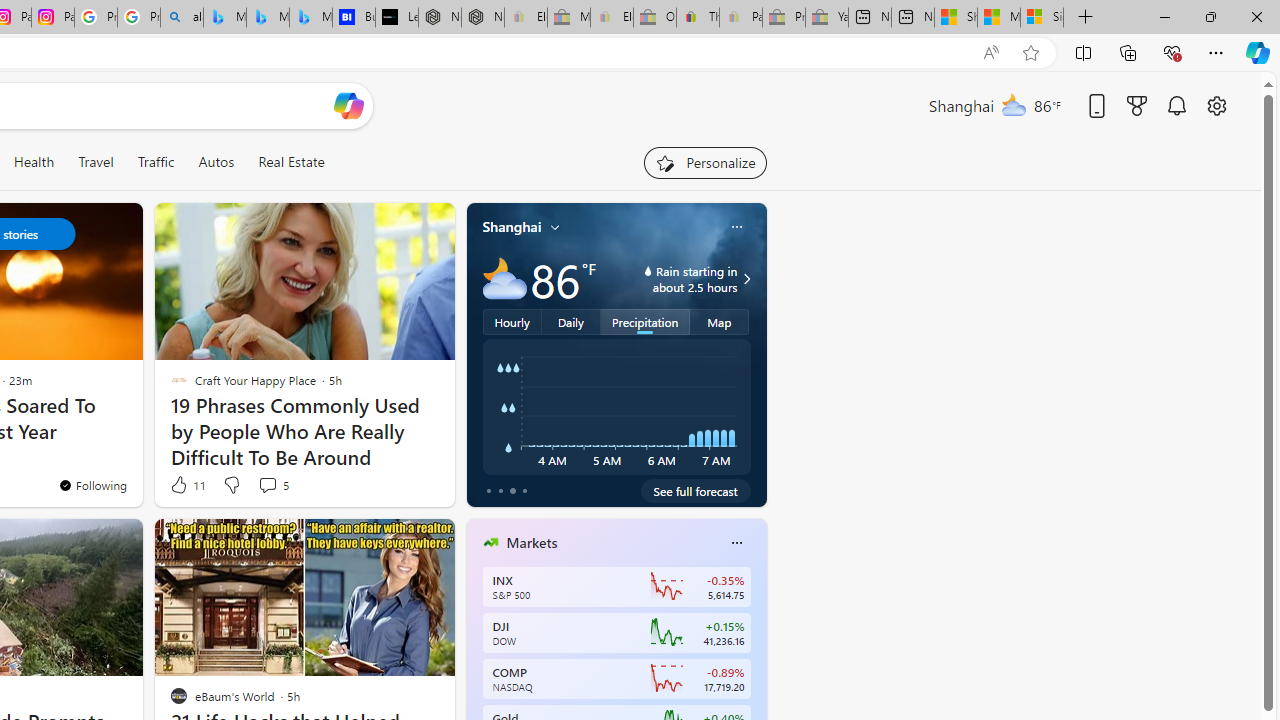  I want to click on 'Shanghai', so click(512, 226).